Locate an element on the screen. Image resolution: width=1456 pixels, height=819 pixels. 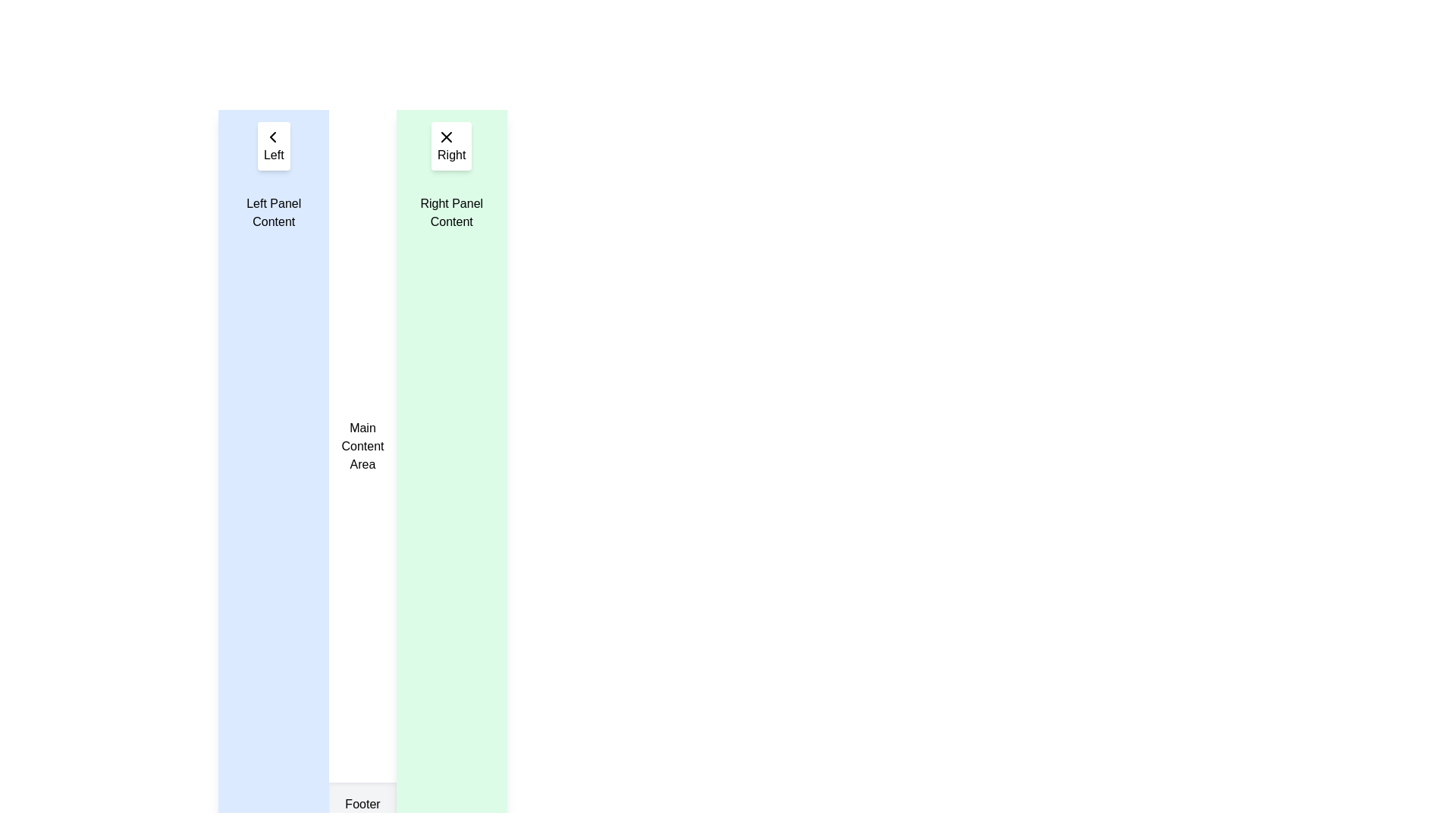
the button with a white background and rounded corners that contains an 'X' icon above the text 'Right', located in the top section of the green right panel is located at coordinates (450, 146).